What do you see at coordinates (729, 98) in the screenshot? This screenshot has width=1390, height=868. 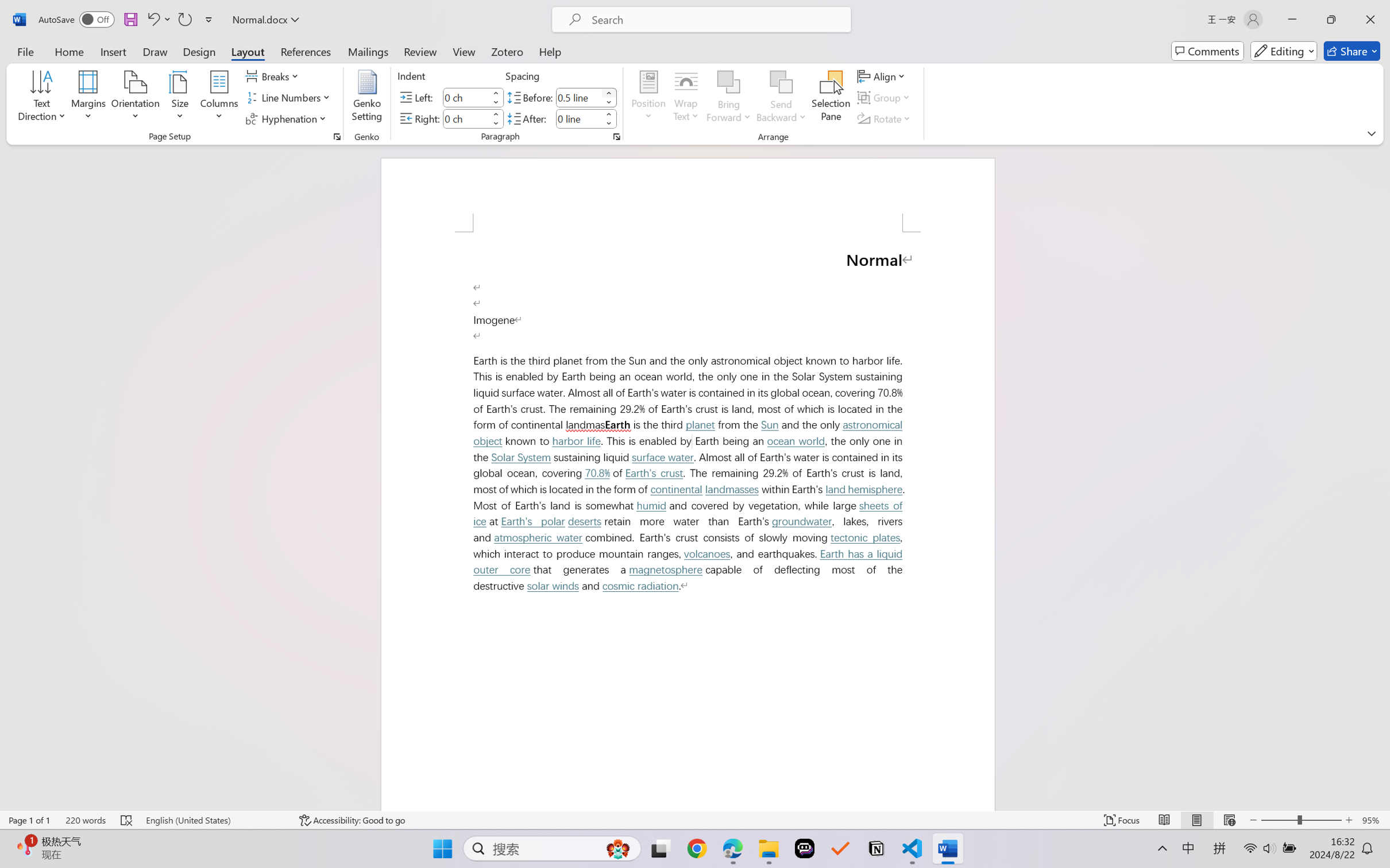 I see `'Bring Forward'` at bounding box center [729, 98].